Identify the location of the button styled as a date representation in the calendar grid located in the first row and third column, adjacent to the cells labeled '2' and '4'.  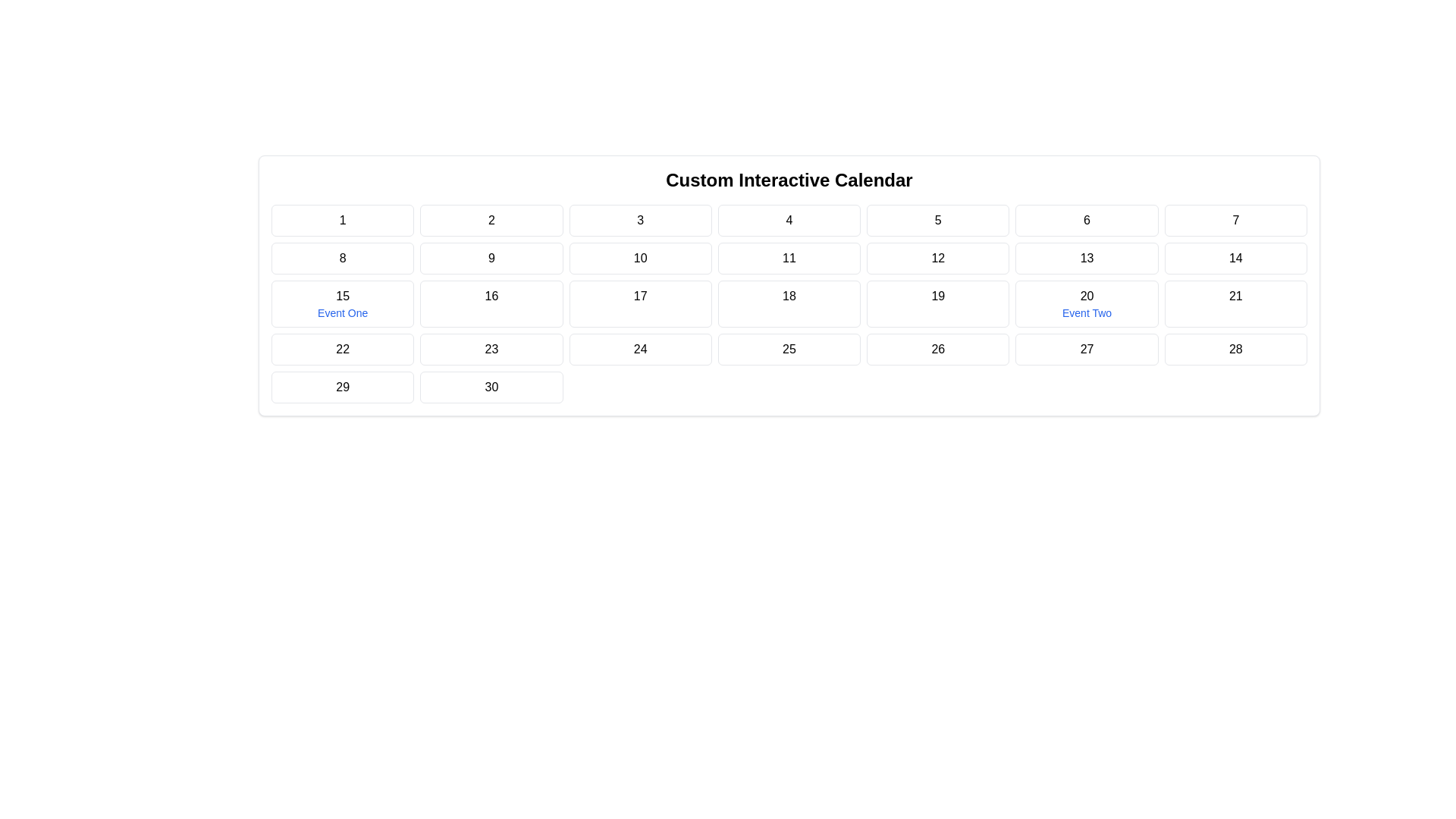
(640, 220).